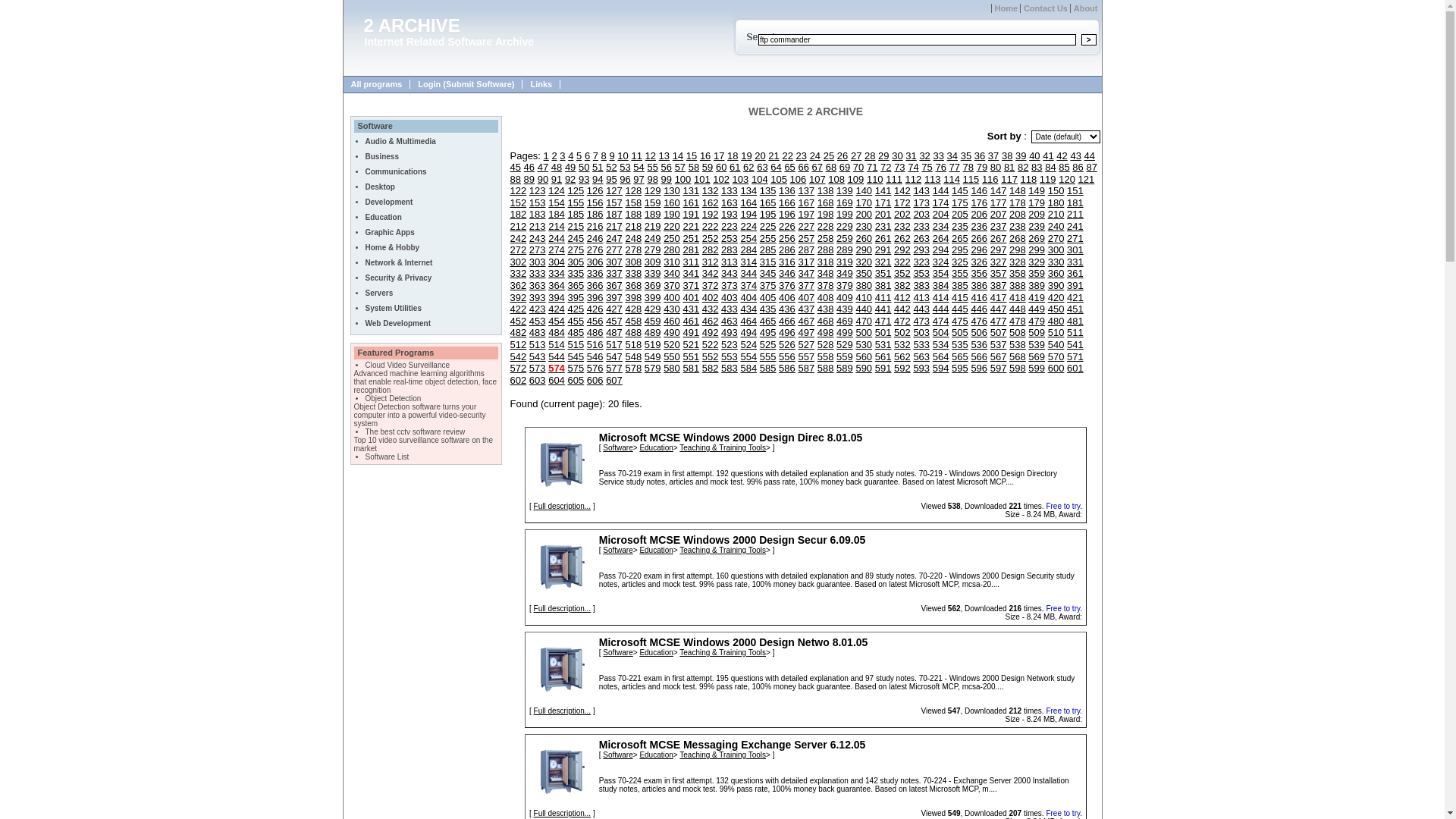  I want to click on '312', so click(701, 261).